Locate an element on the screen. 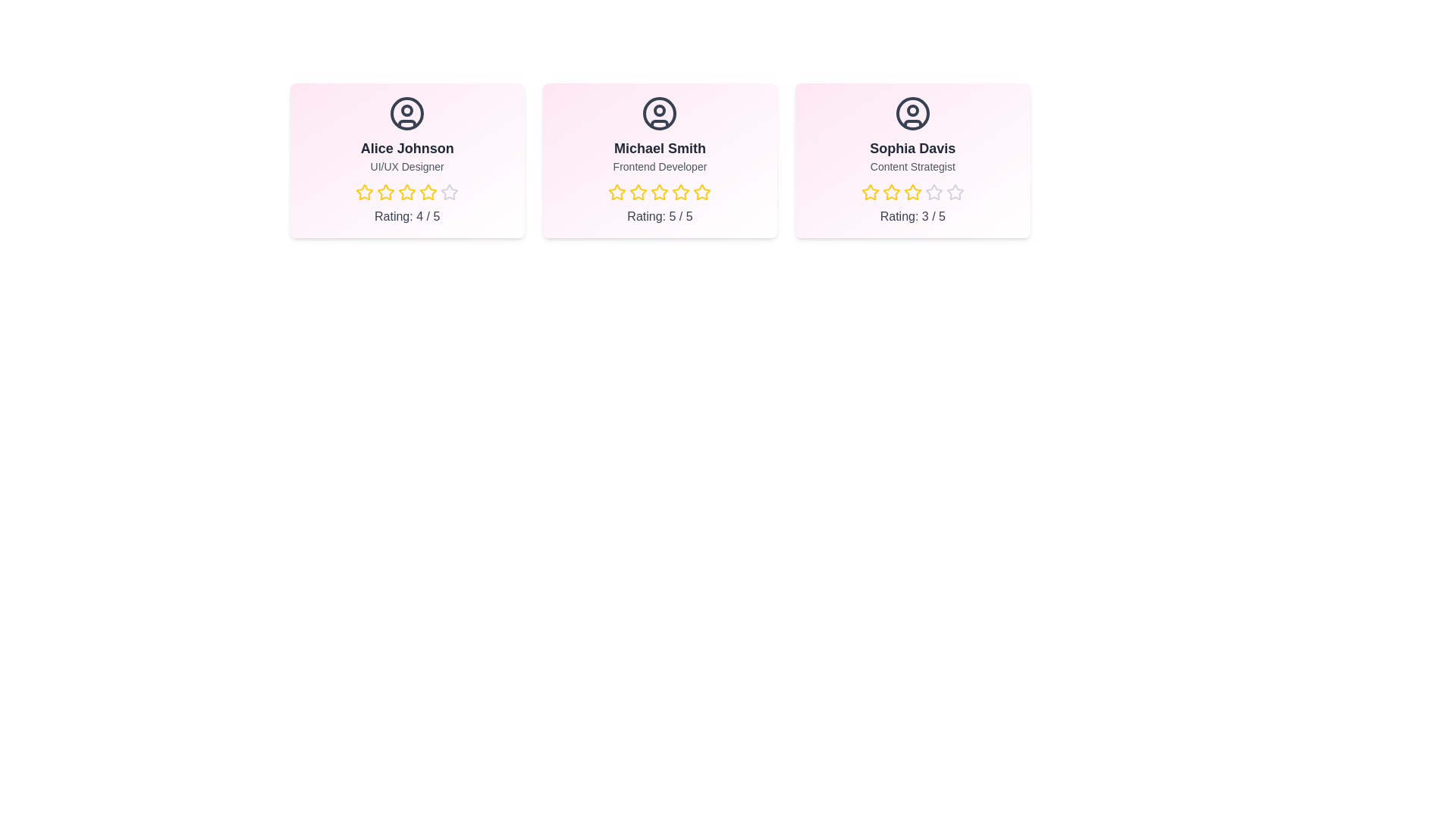 The width and height of the screenshot is (1456, 819). the star corresponding to 1 stars for the team member Alice Johnson is located at coordinates (355, 192).